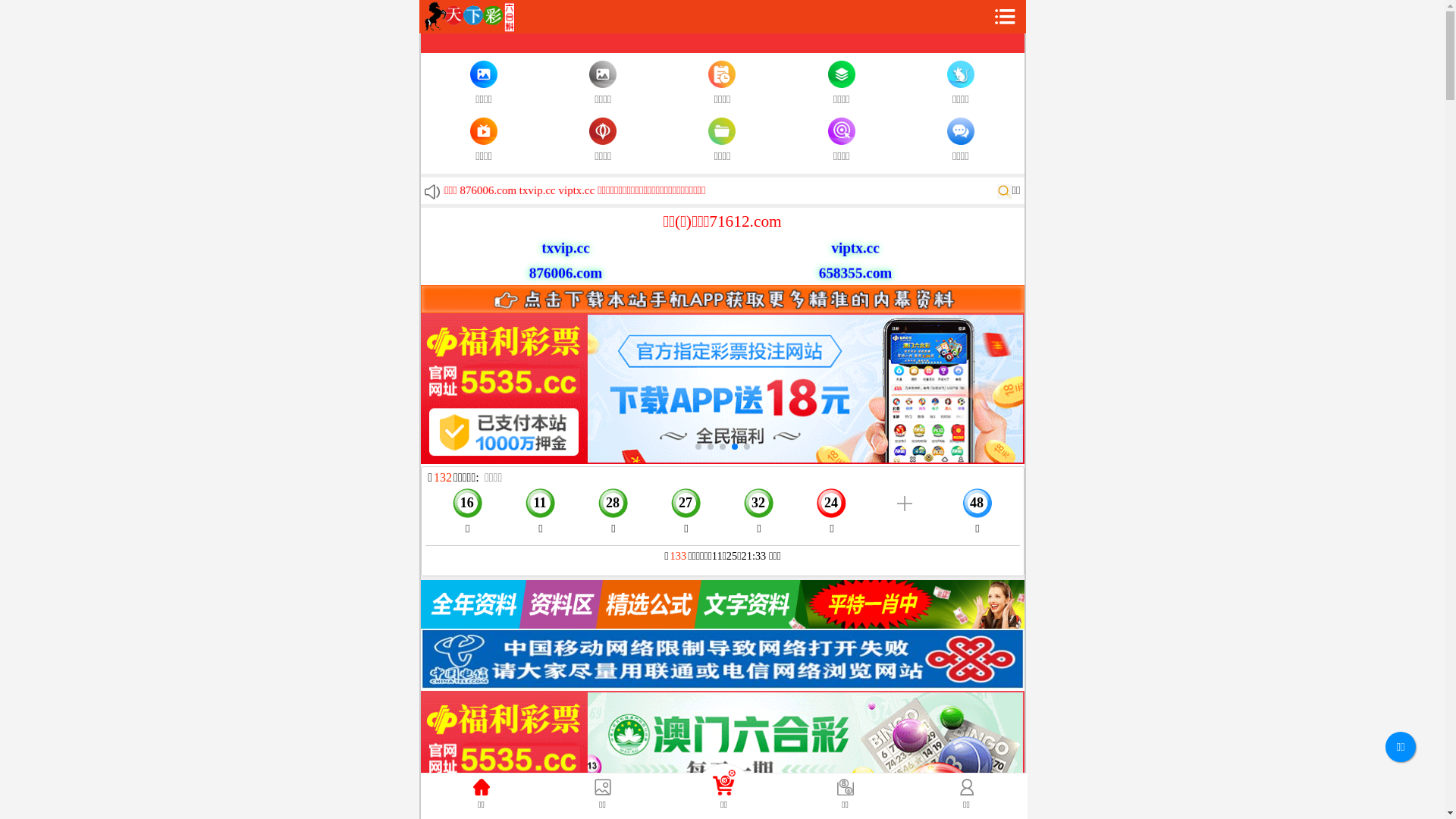 The image size is (1456, 819). I want to click on '876006.com', so click(558, 271).